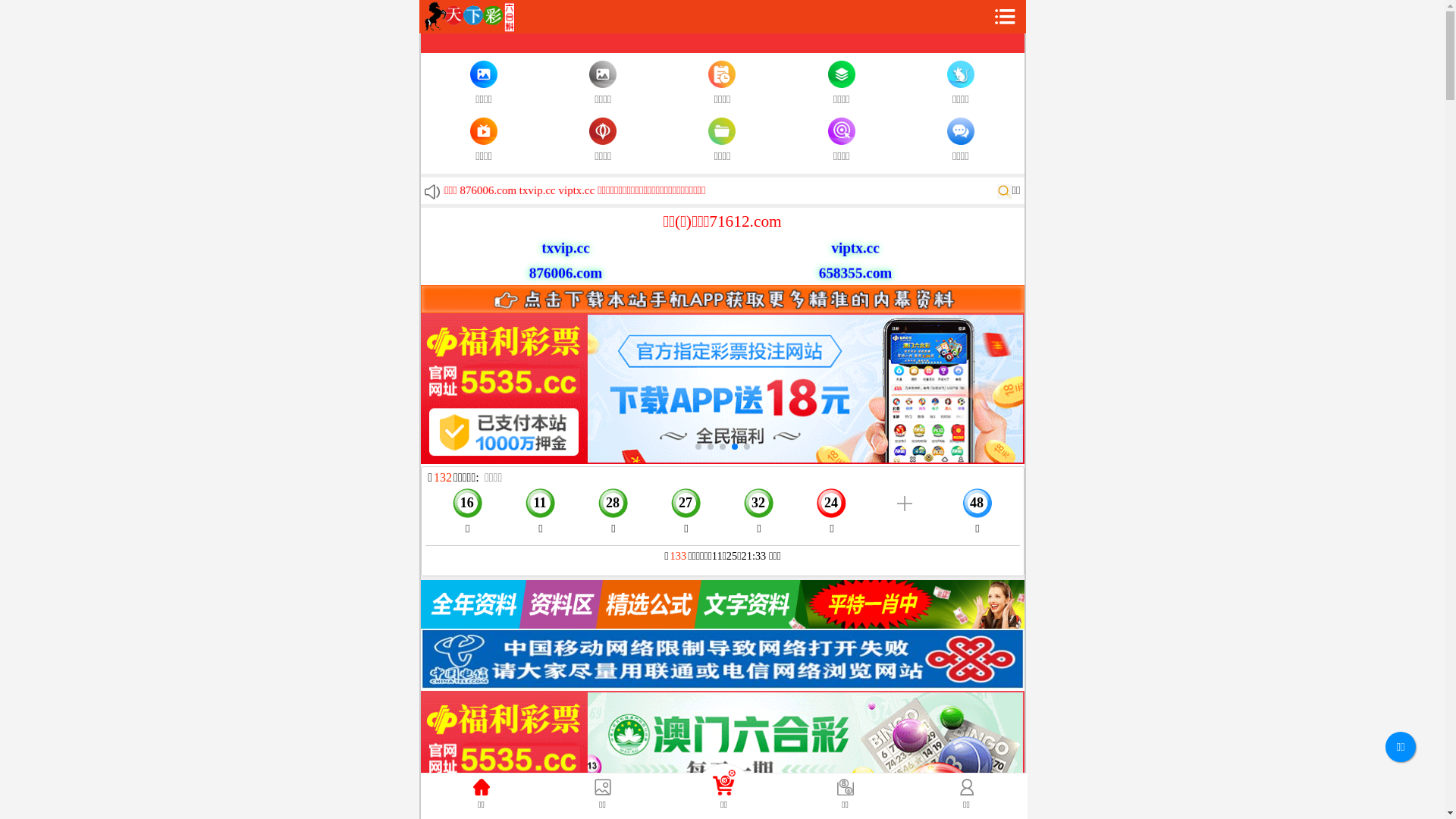 The image size is (1456, 819). I want to click on '876006.com', so click(558, 271).